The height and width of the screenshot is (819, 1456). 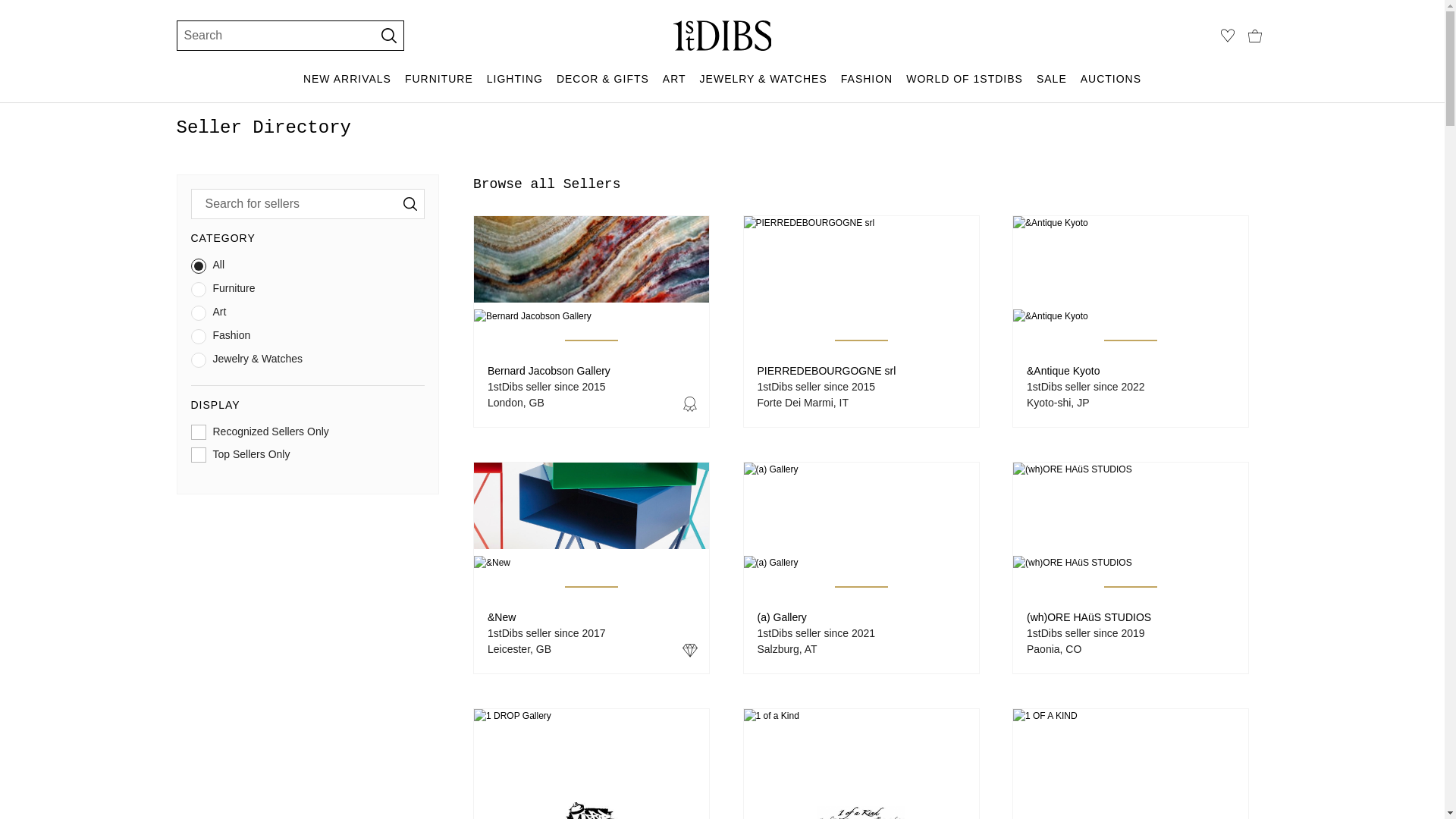 What do you see at coordinates (1062, 371) in the screenshot?
I see `'&Antique Kyoto'` at bounding box center [1062, 371].